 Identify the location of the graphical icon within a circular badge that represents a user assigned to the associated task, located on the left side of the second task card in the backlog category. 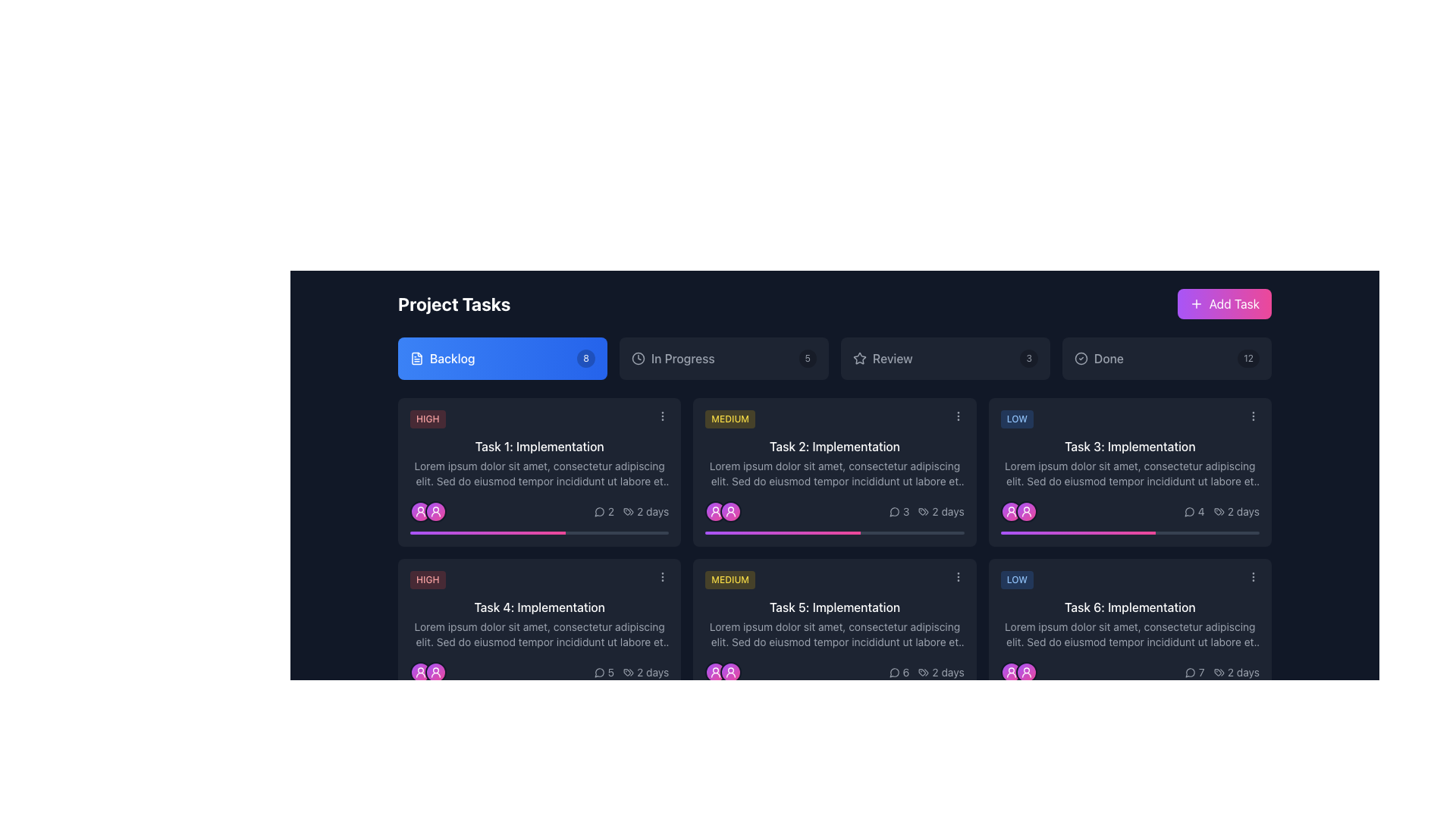
(435, 512).